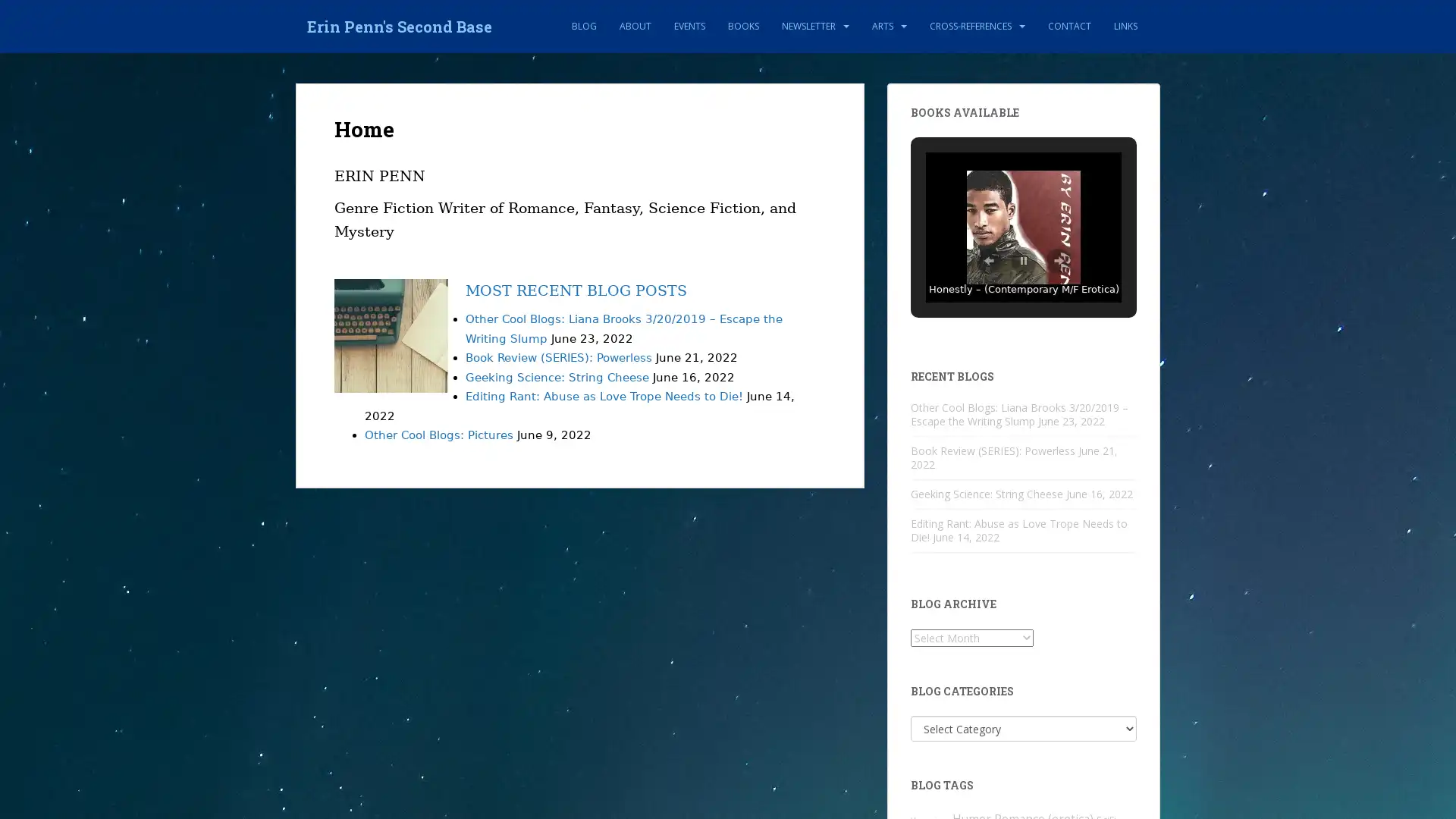 The image size is (1456, 819). Describe the element at coordinates (1023, 259) in the screenshot. I see `Pause Slideshow` at that location.